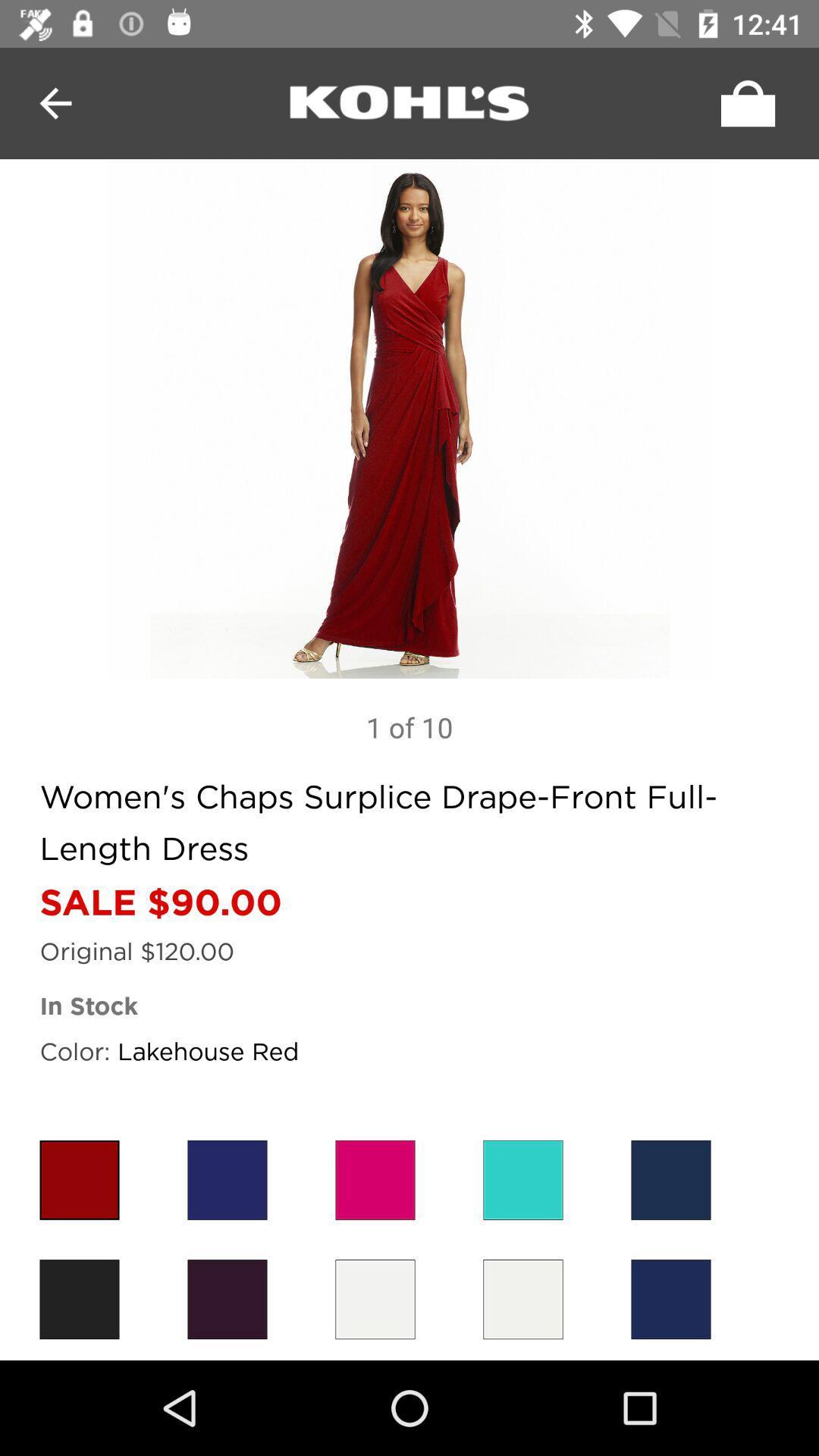  Describe the element at coordinates (522, 1179) in the screenshot. I see `colour choosing` at that location.